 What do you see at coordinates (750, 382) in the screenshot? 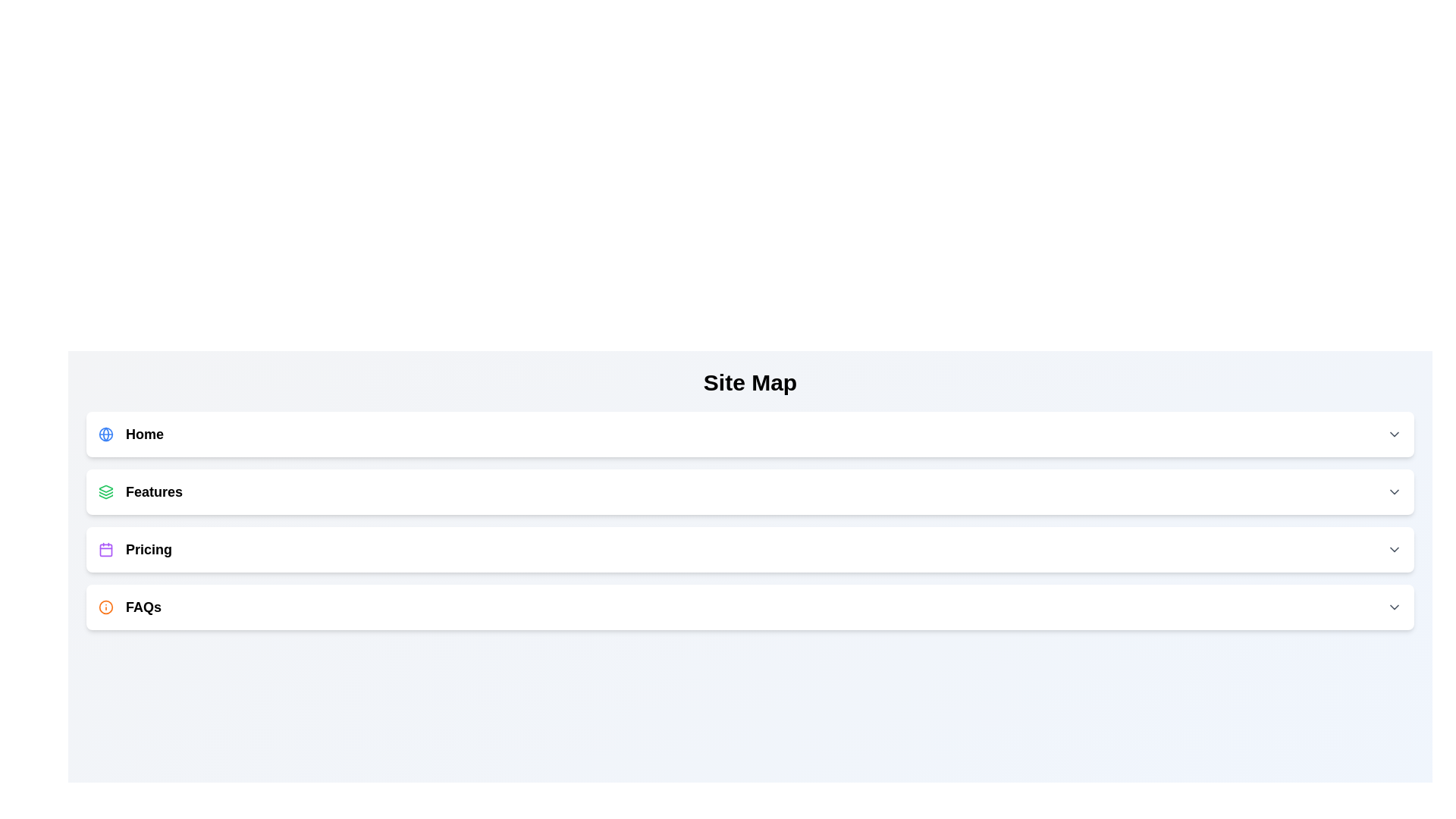
I see `the 'Site Map' static text heading, which is a large, bold, black text prominently displayed at the top of a section, centered above a list of items` at bounding box center [750, 382].